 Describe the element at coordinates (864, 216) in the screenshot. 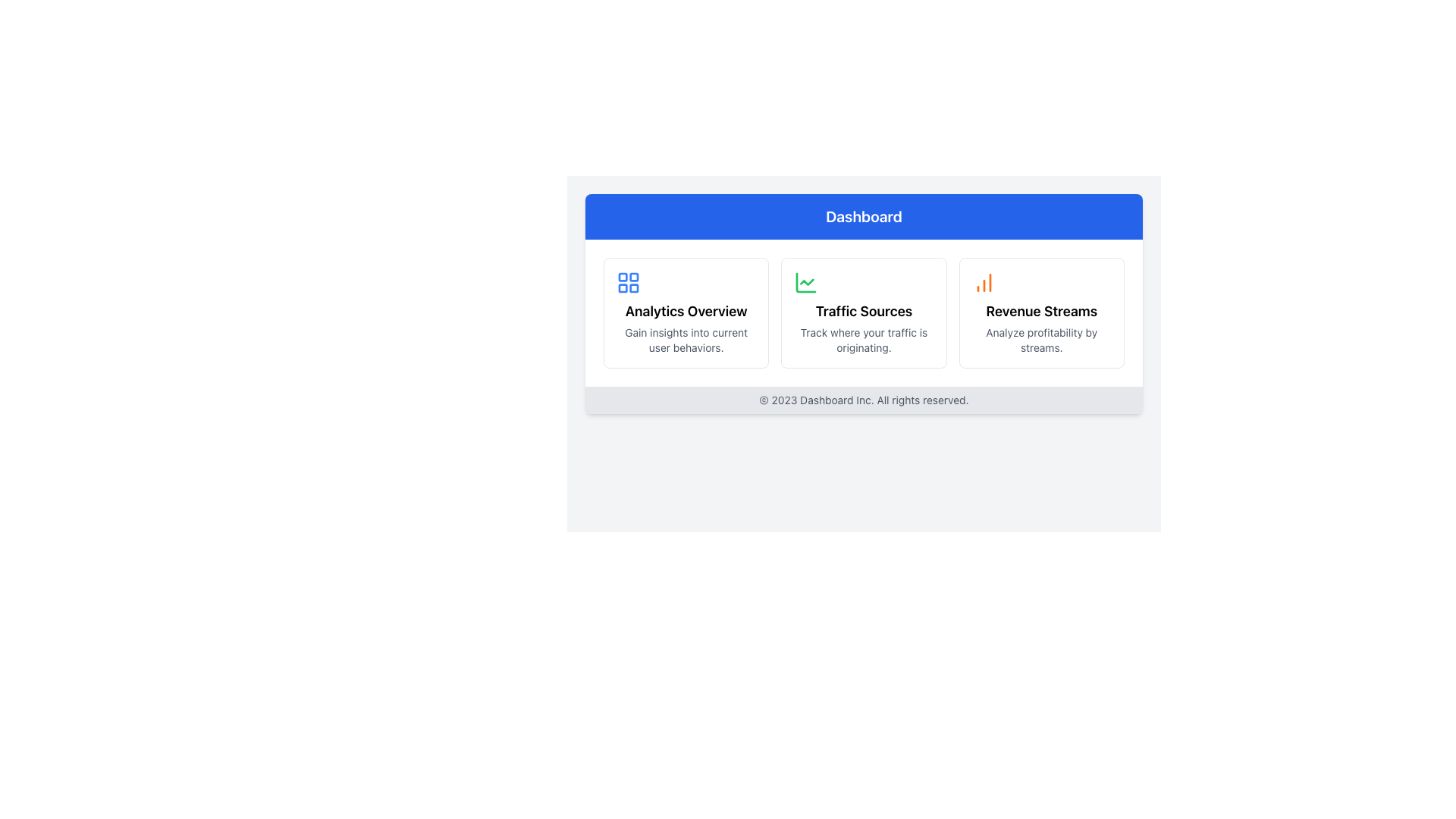

I see `the centrally placed Text label in the header bar, which indicates the current section or purpose of the interface` at that location.